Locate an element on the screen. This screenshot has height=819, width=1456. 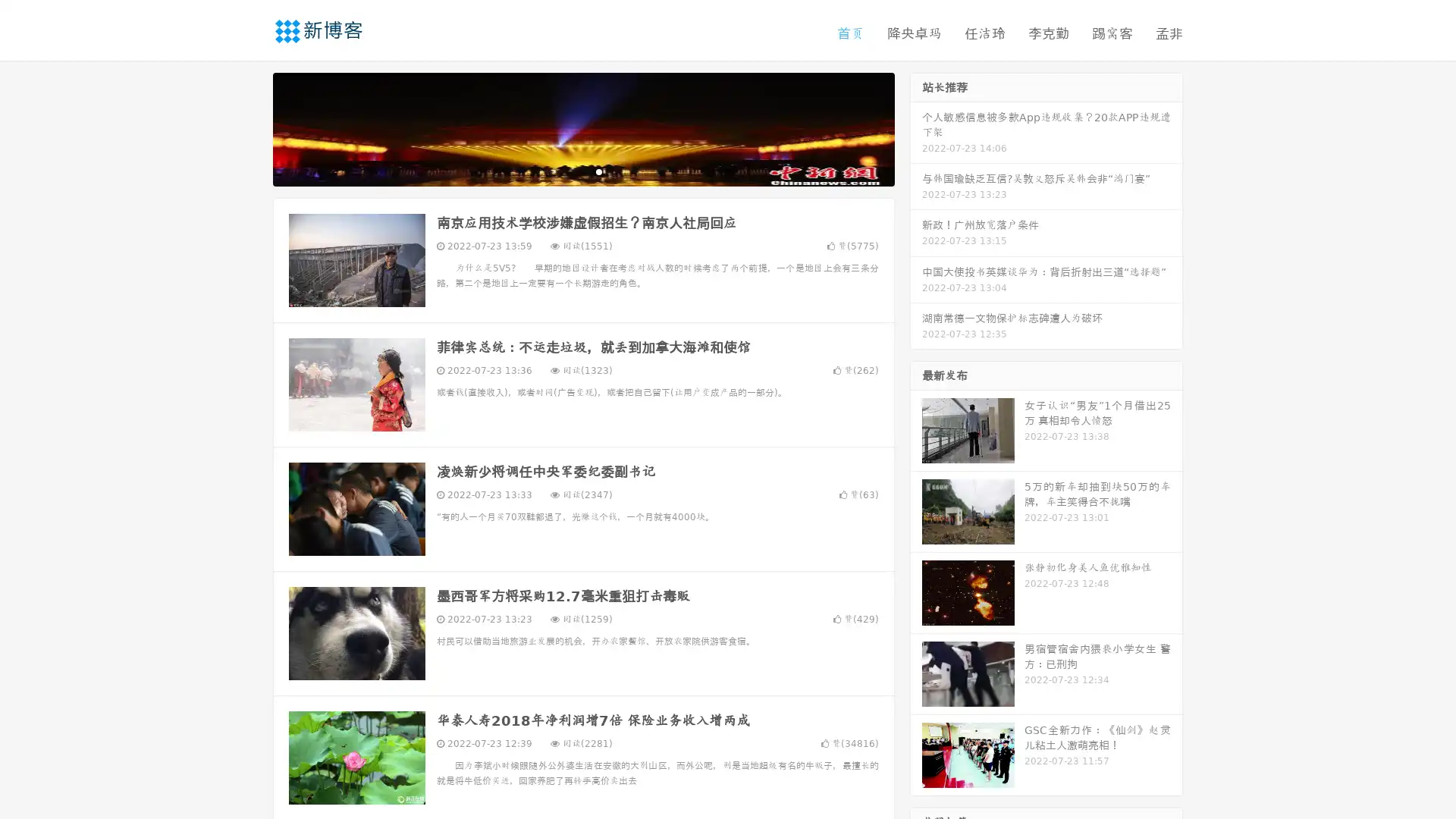
Previous slide is located at coordinates (250, 127).